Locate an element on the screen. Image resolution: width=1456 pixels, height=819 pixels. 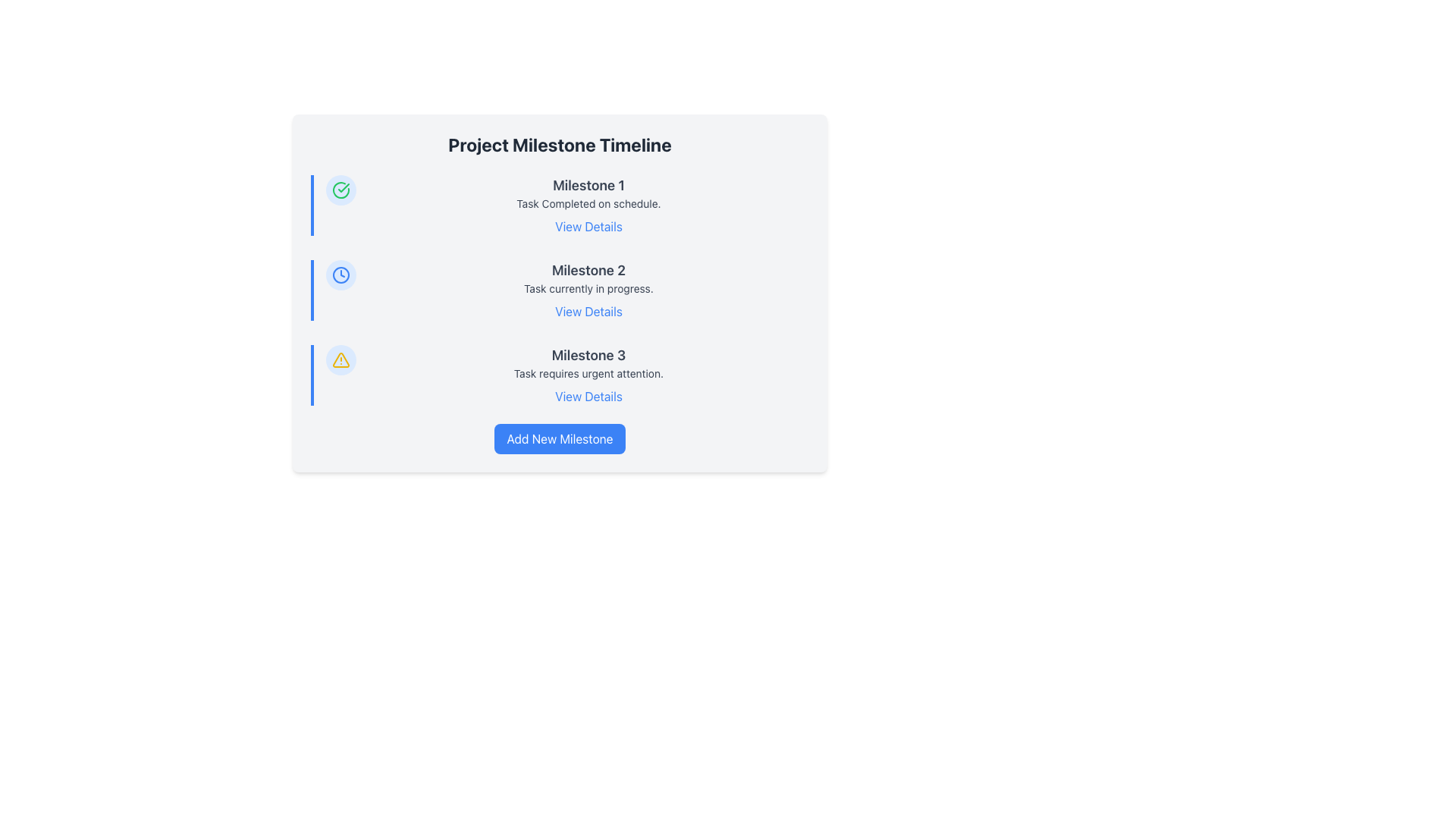
the hyperlink 'View Details' styled in blue with an underline that appears on hover, located beneath 'Task currently in progress.' in the milestone section 'Milestone 2' is located at coordinates (588, 311).